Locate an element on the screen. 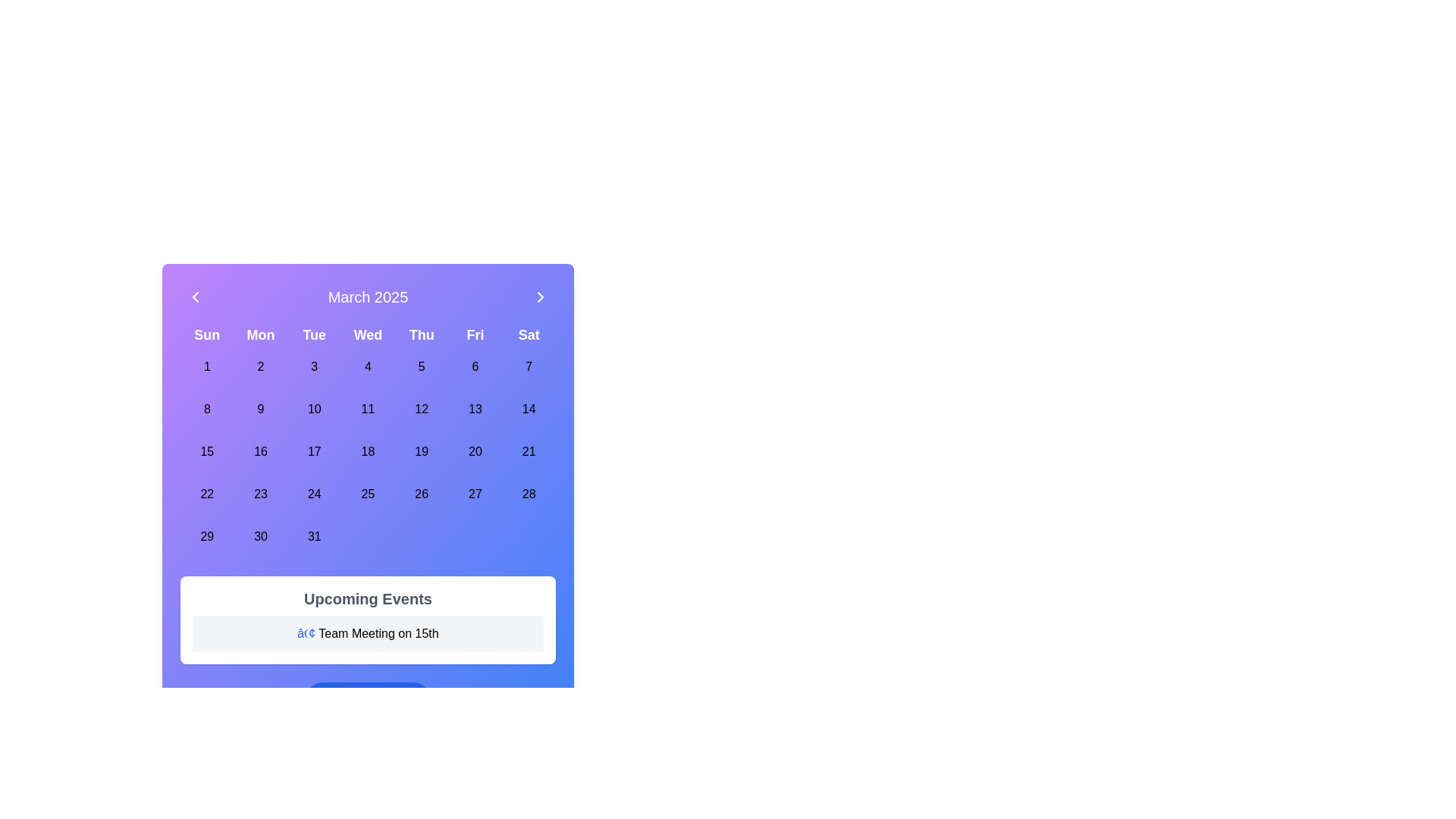 The height and width of the screenshot is (819, 1456). text from the second text entry within the 'Upcoming Events' panel, which is located below the panel's title is located at coordinates (368, 634).